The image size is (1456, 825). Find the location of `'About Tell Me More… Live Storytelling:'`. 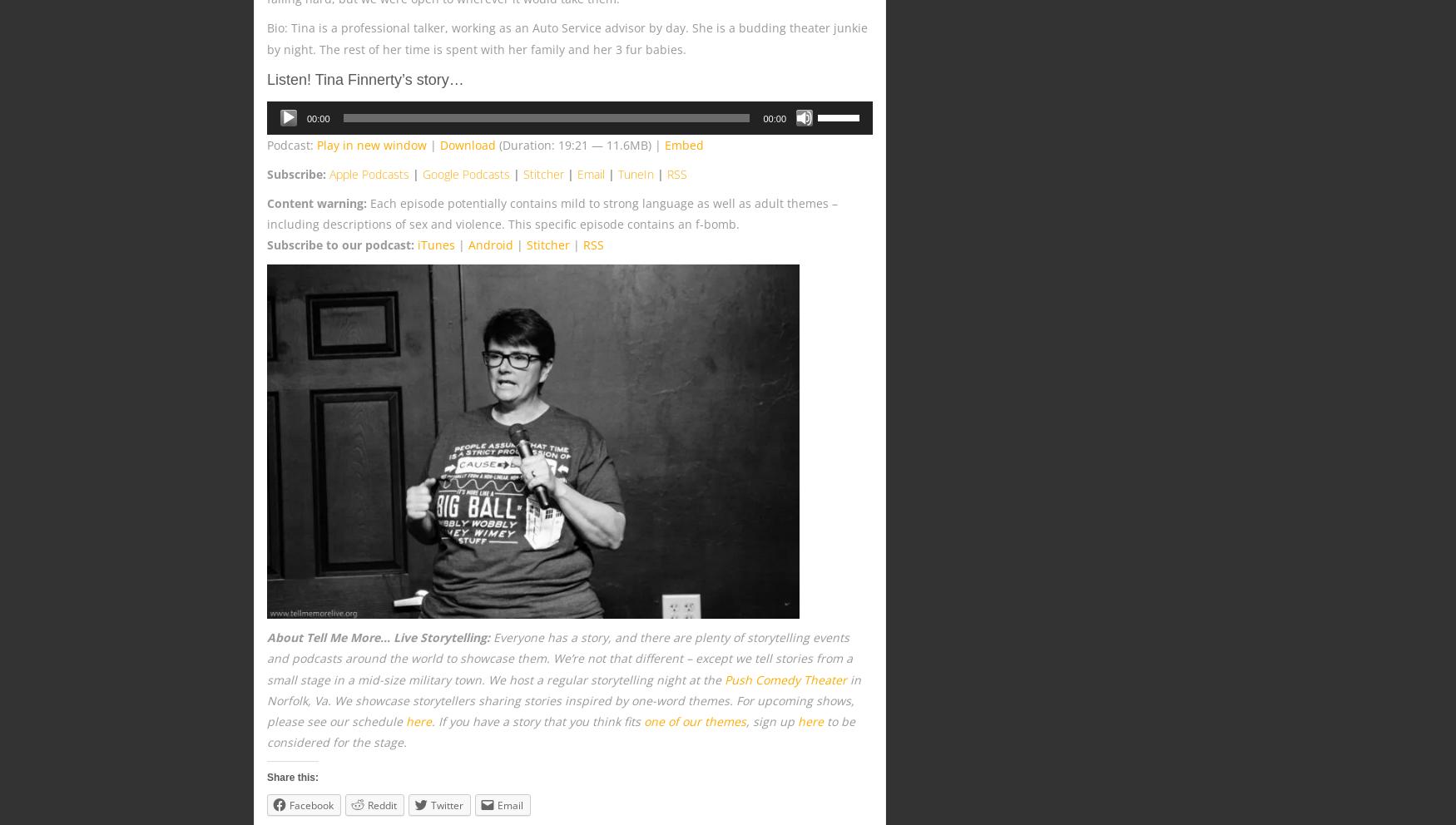

'About Tell Me More… Live Storytelling:' is located at coordinates (379, 636).